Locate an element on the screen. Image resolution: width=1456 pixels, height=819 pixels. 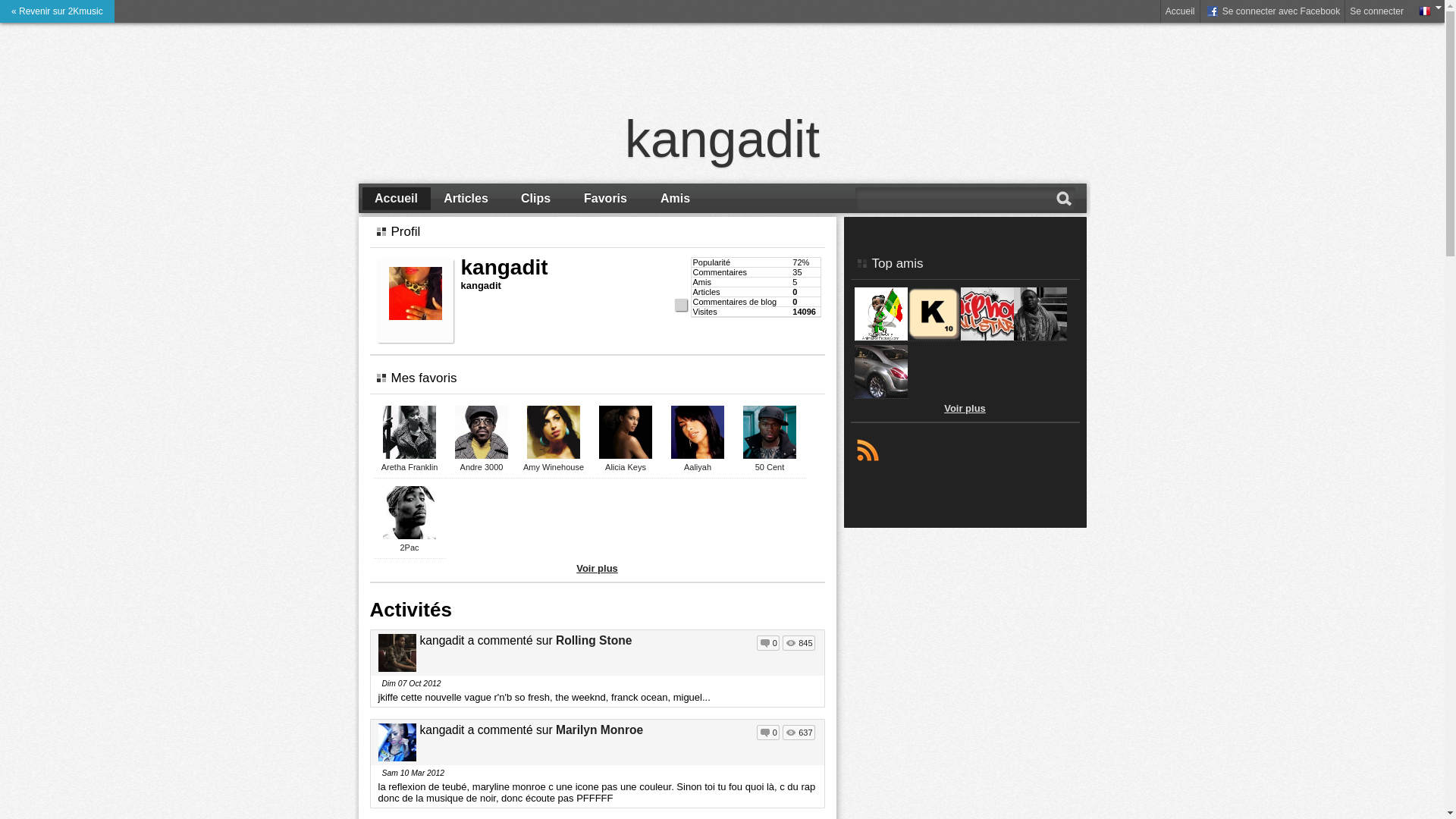
'Andre 3000' is located at coordinates (481, 466).